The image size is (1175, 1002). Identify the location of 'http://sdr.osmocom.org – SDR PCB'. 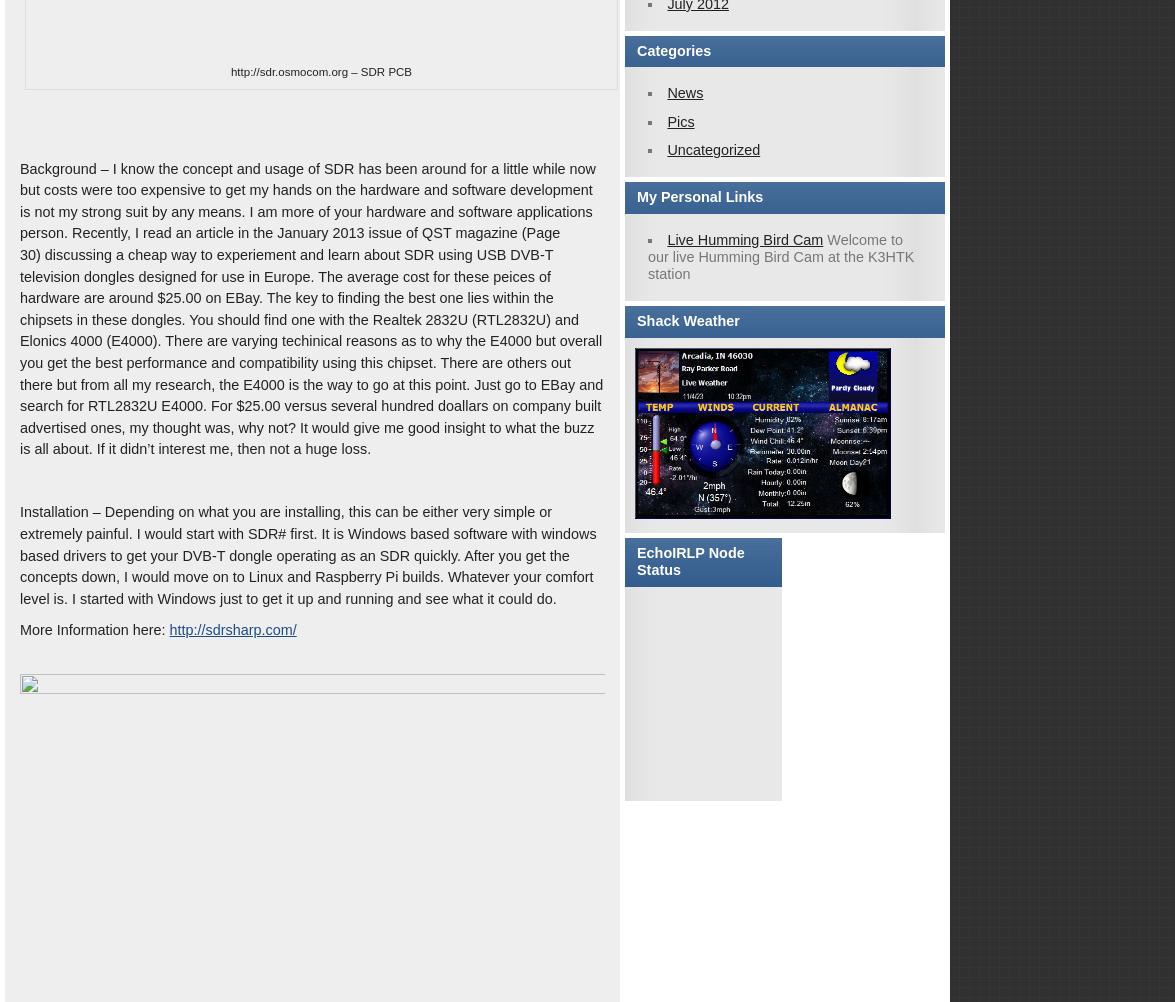
(321, 71).